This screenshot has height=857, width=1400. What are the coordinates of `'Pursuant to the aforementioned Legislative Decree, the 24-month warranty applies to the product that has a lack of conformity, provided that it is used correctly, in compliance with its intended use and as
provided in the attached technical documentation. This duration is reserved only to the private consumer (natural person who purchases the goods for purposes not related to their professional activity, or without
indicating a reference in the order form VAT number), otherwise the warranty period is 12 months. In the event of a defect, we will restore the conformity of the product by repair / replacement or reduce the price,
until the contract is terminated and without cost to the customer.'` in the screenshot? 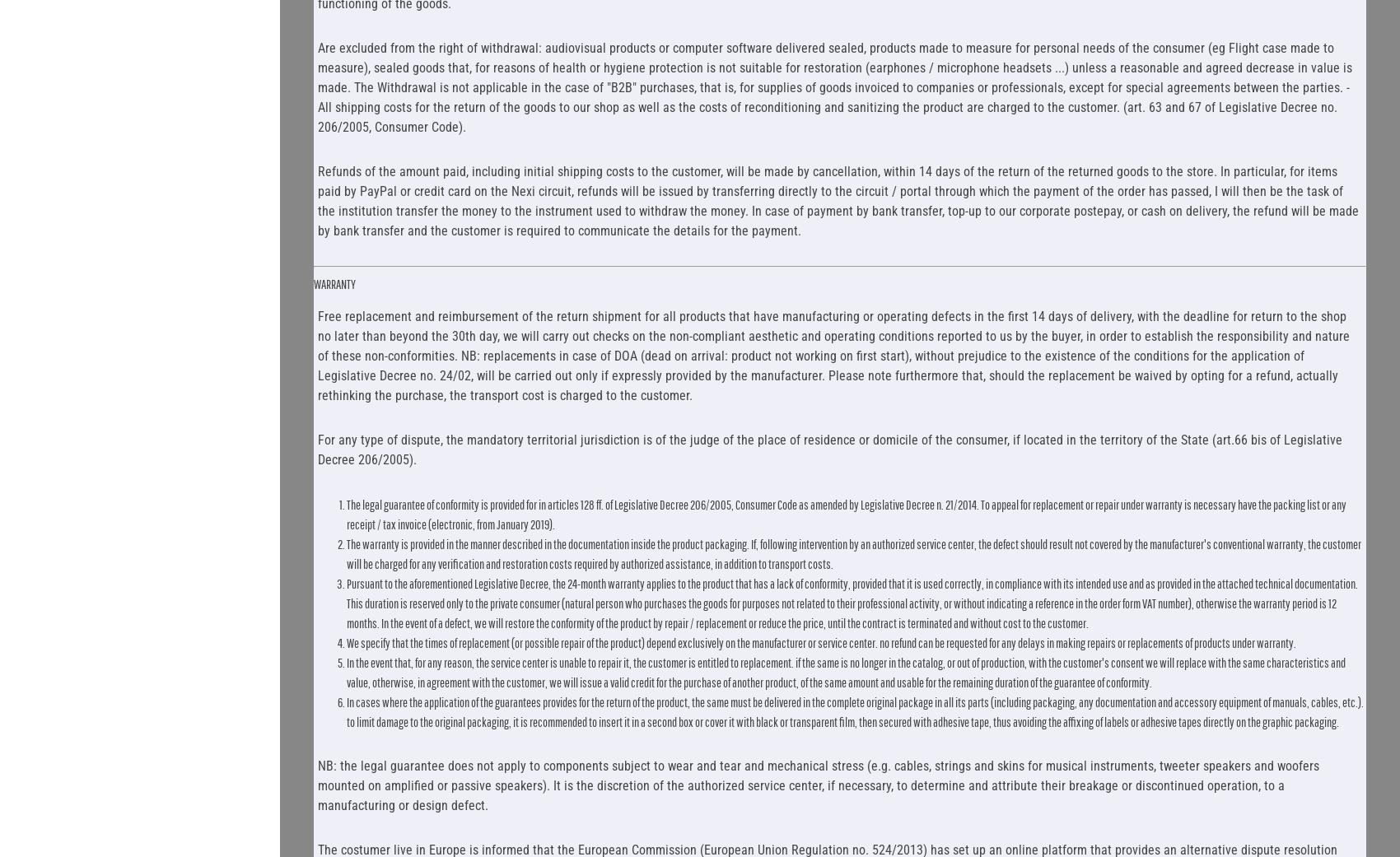 It's located at (850, 603).